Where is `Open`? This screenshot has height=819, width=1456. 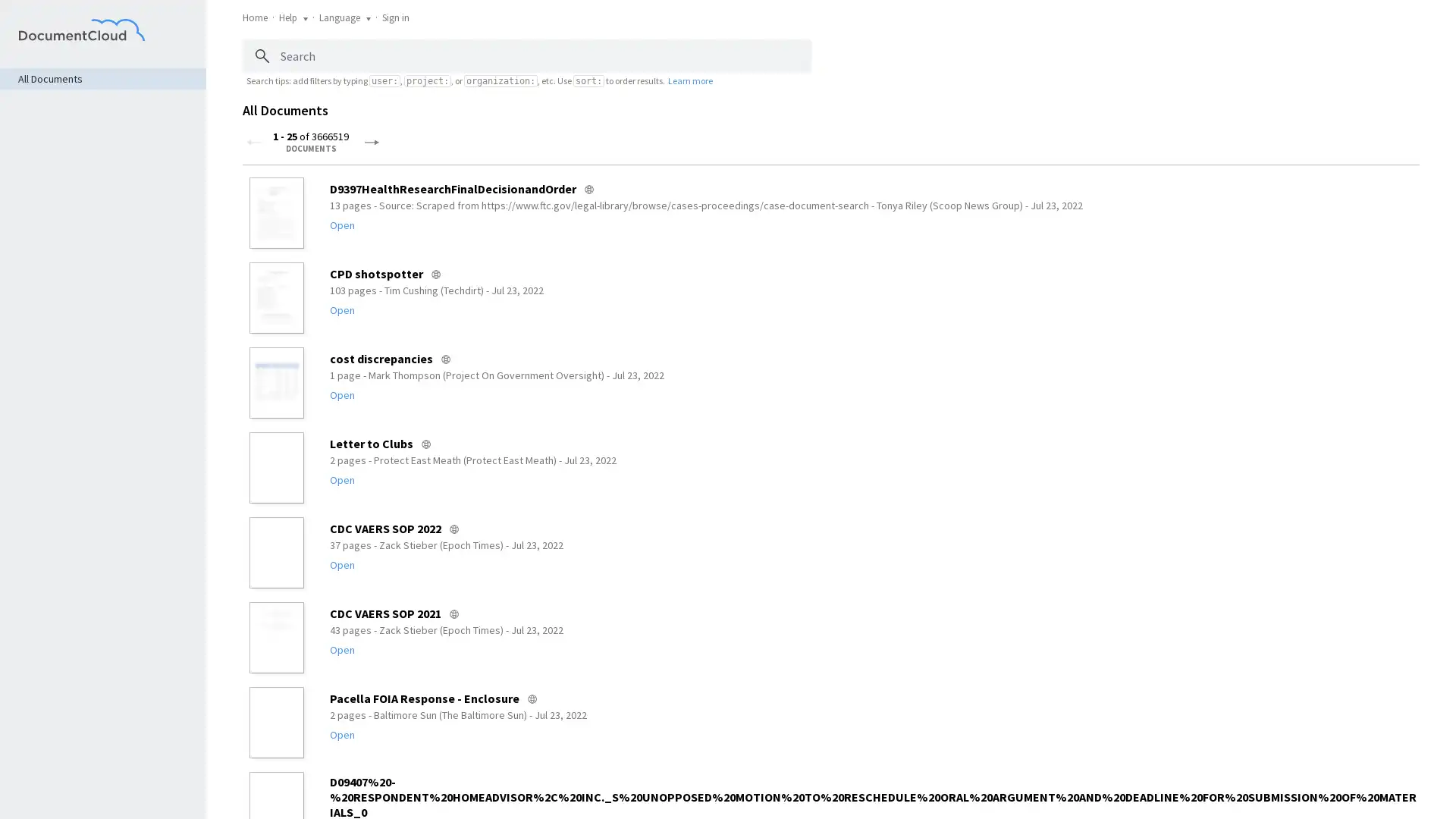
Open is located at coordinates (341, 564).